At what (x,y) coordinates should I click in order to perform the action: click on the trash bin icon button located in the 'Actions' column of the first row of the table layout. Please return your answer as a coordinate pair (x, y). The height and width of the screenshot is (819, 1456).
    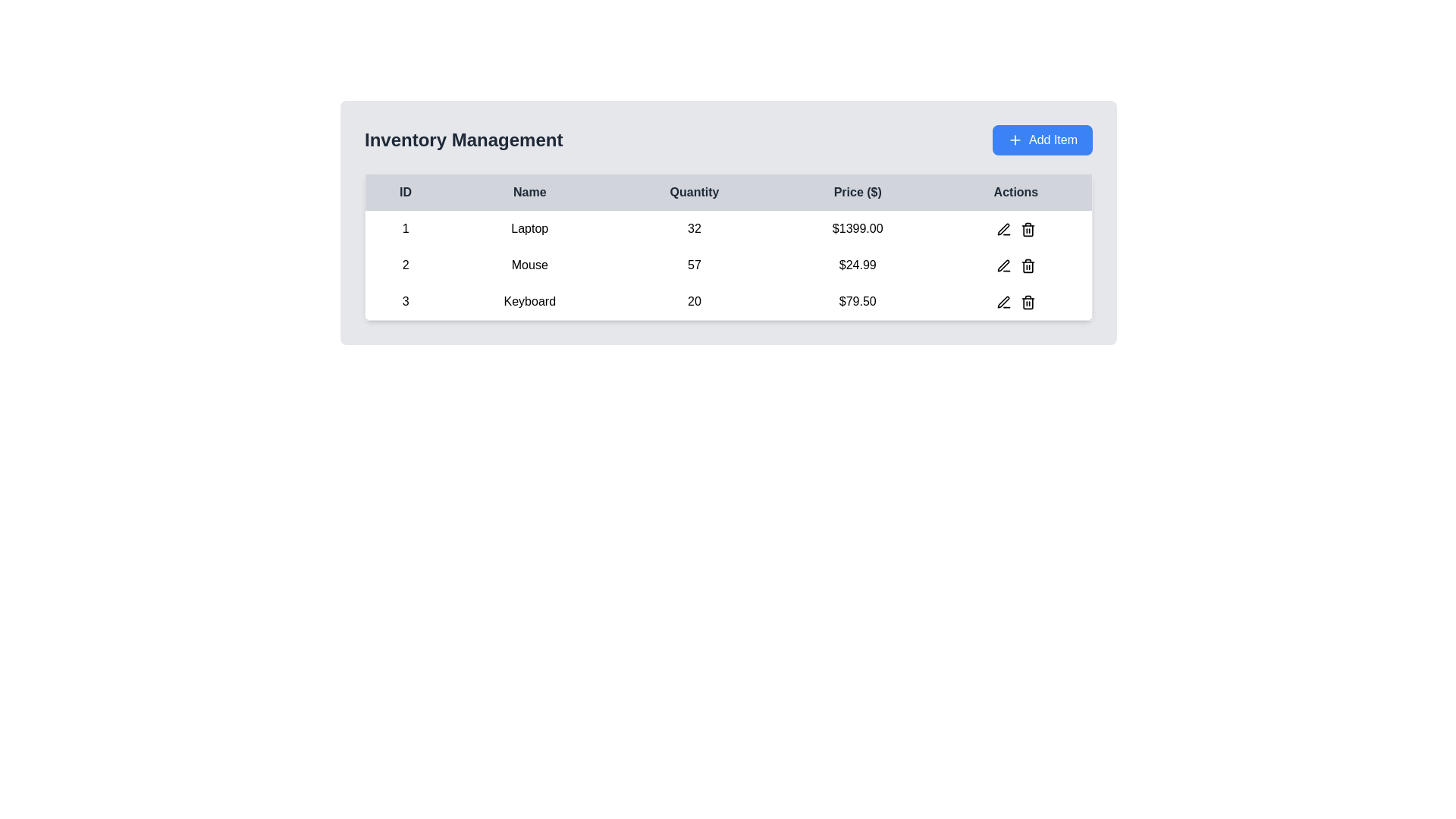
    Looking at the image, I should click on (1028, 228).